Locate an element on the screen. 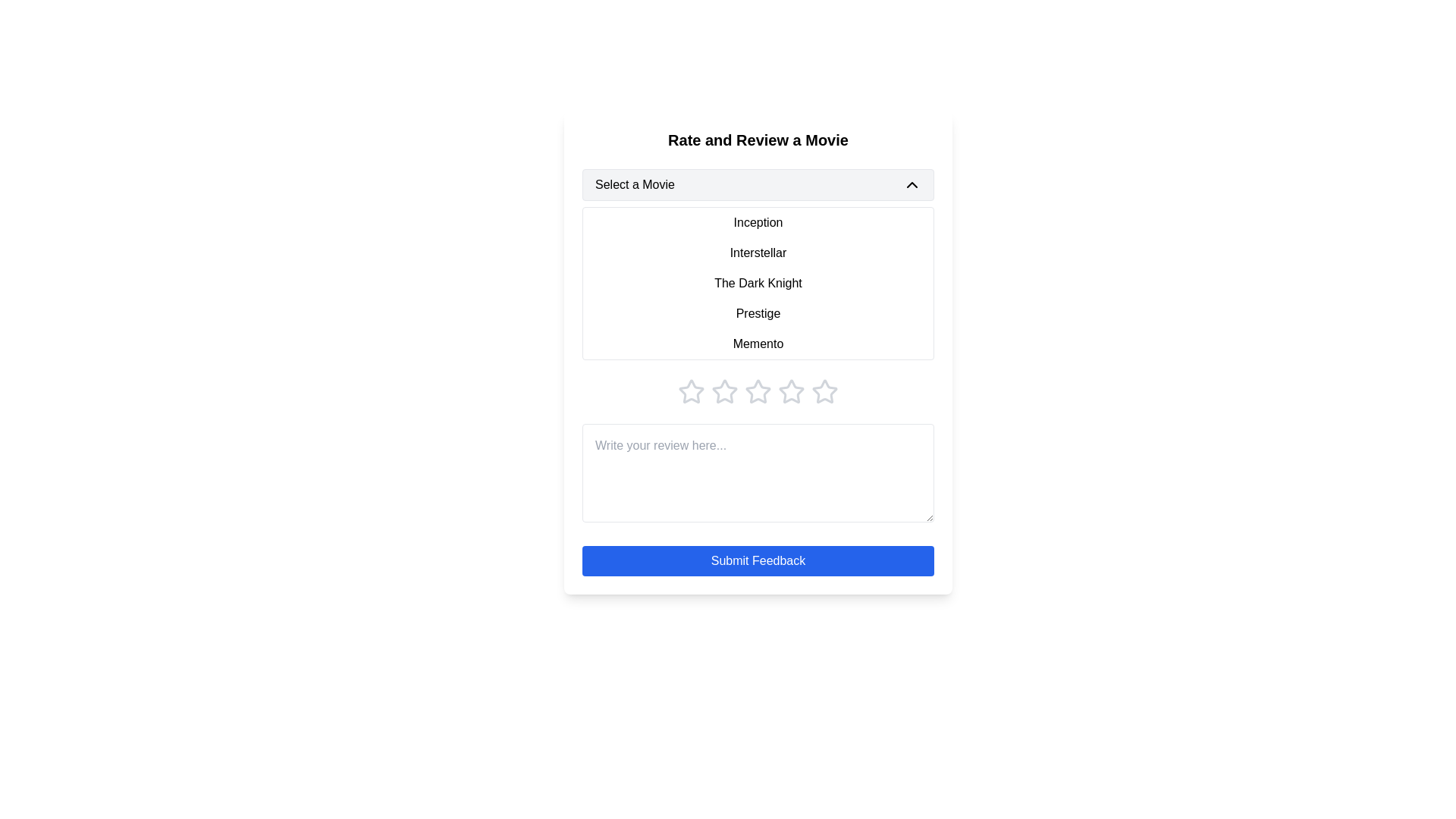 The image size is (1456, 819). the third star icon is located at coordinates (790, 391).